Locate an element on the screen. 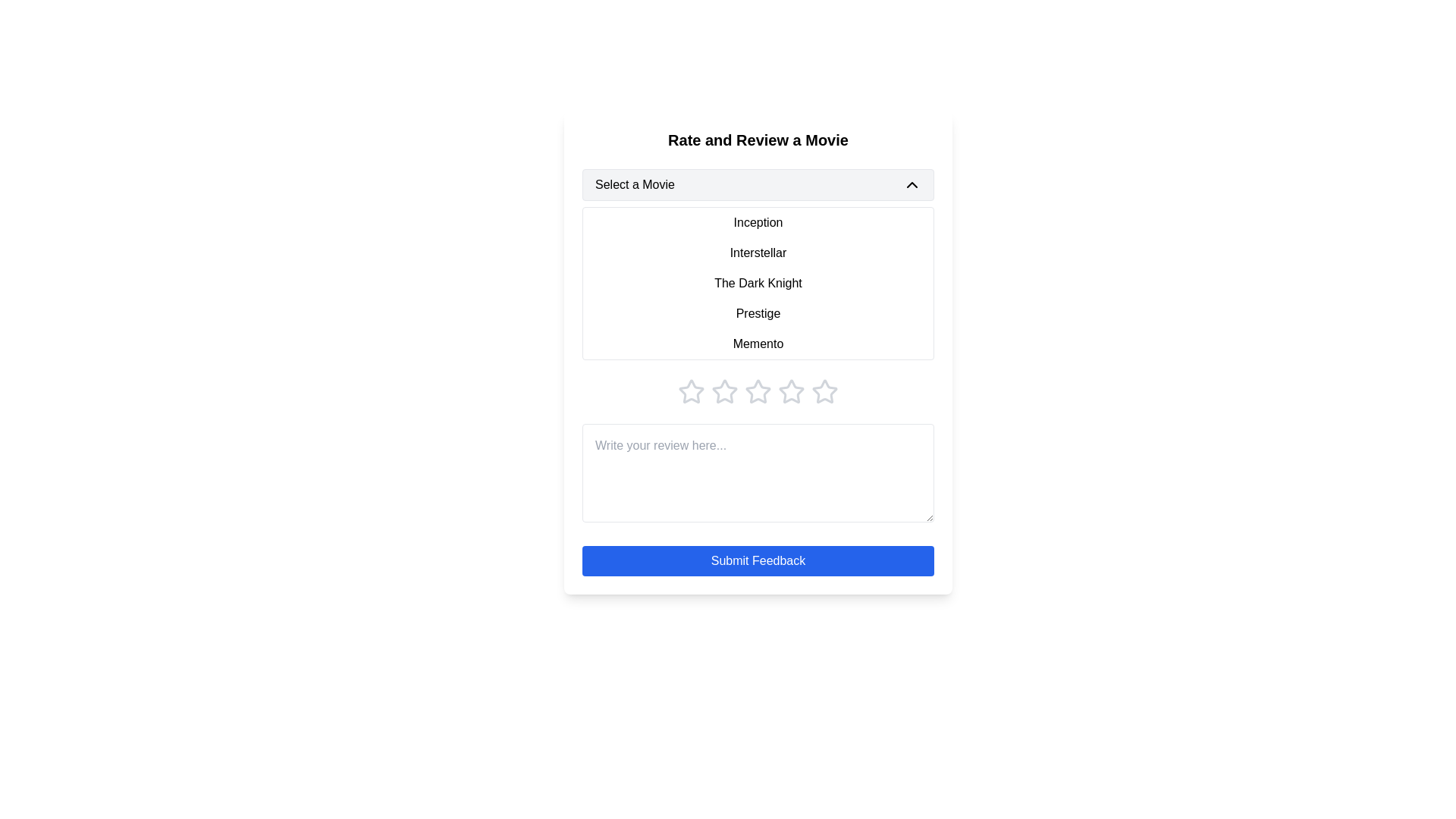 The image size is (1456, 819). the third star icon is located at coordinates (790, 391).